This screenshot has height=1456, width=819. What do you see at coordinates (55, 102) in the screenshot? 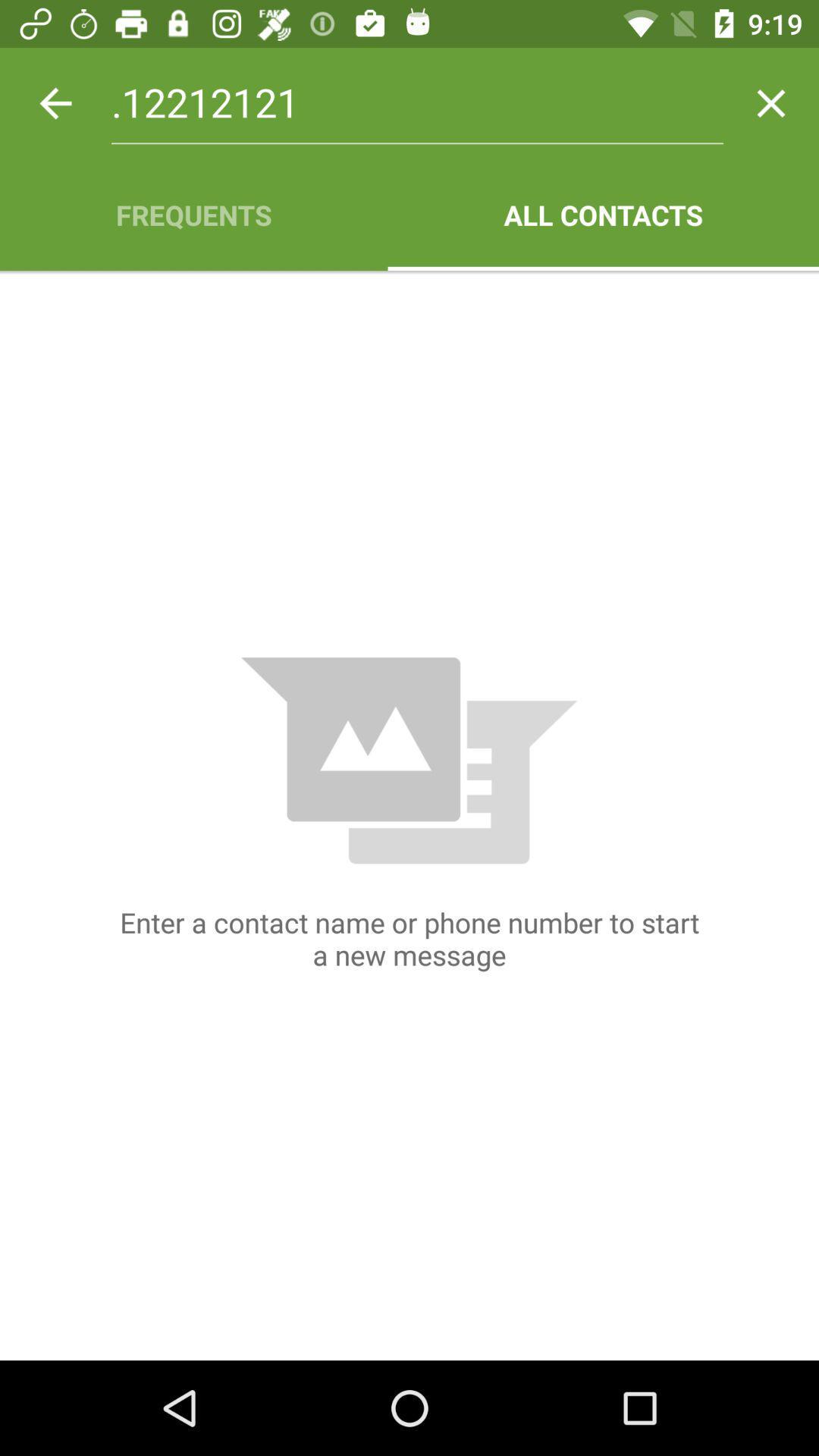
I see `icon to the left of the .12212121 icon` at bounding box center [55, 102].